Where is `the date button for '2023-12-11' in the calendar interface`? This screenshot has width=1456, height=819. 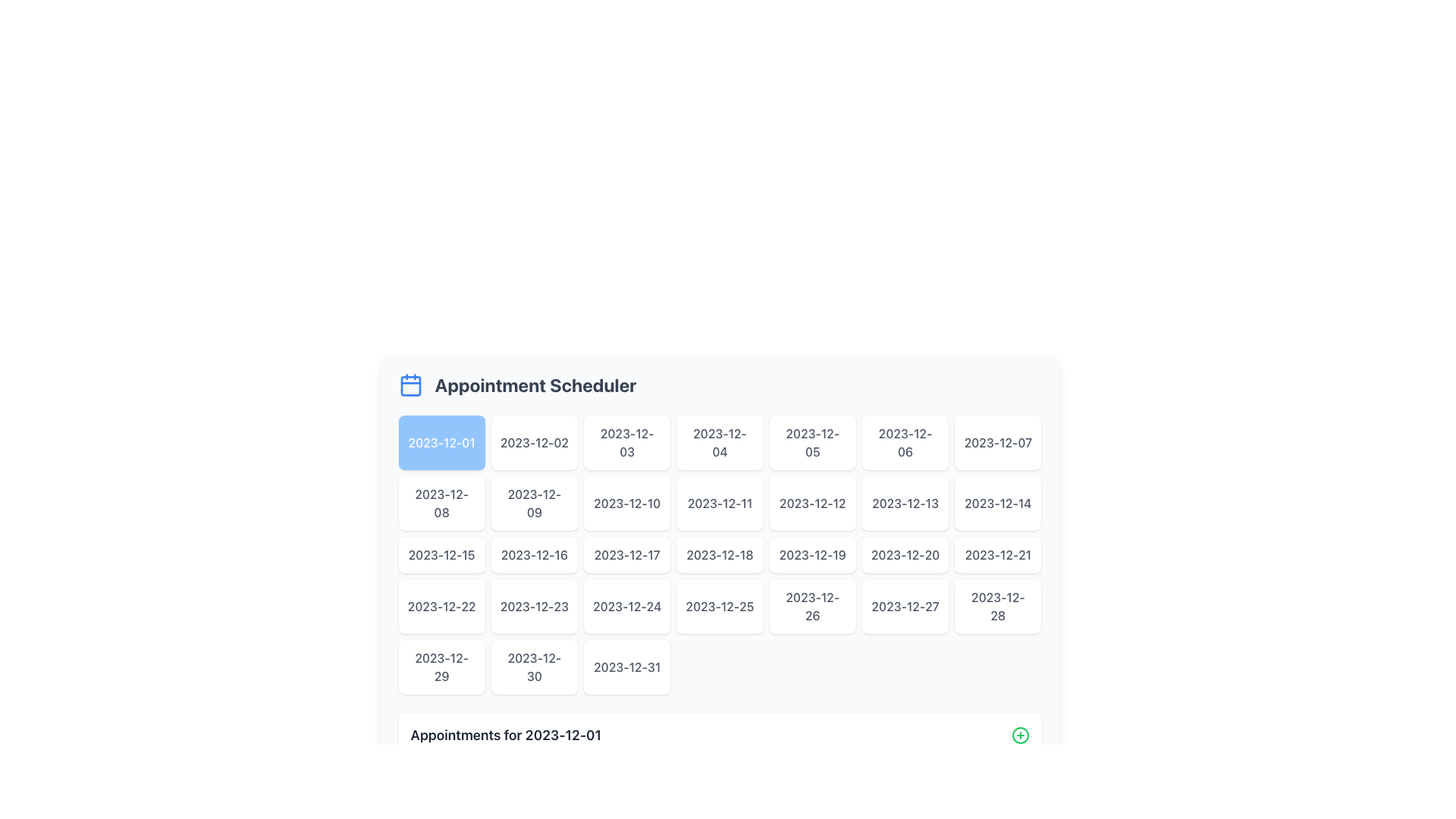
the date button for '2023-12-11' in the calendar interface is located at coordinates (719, 503).